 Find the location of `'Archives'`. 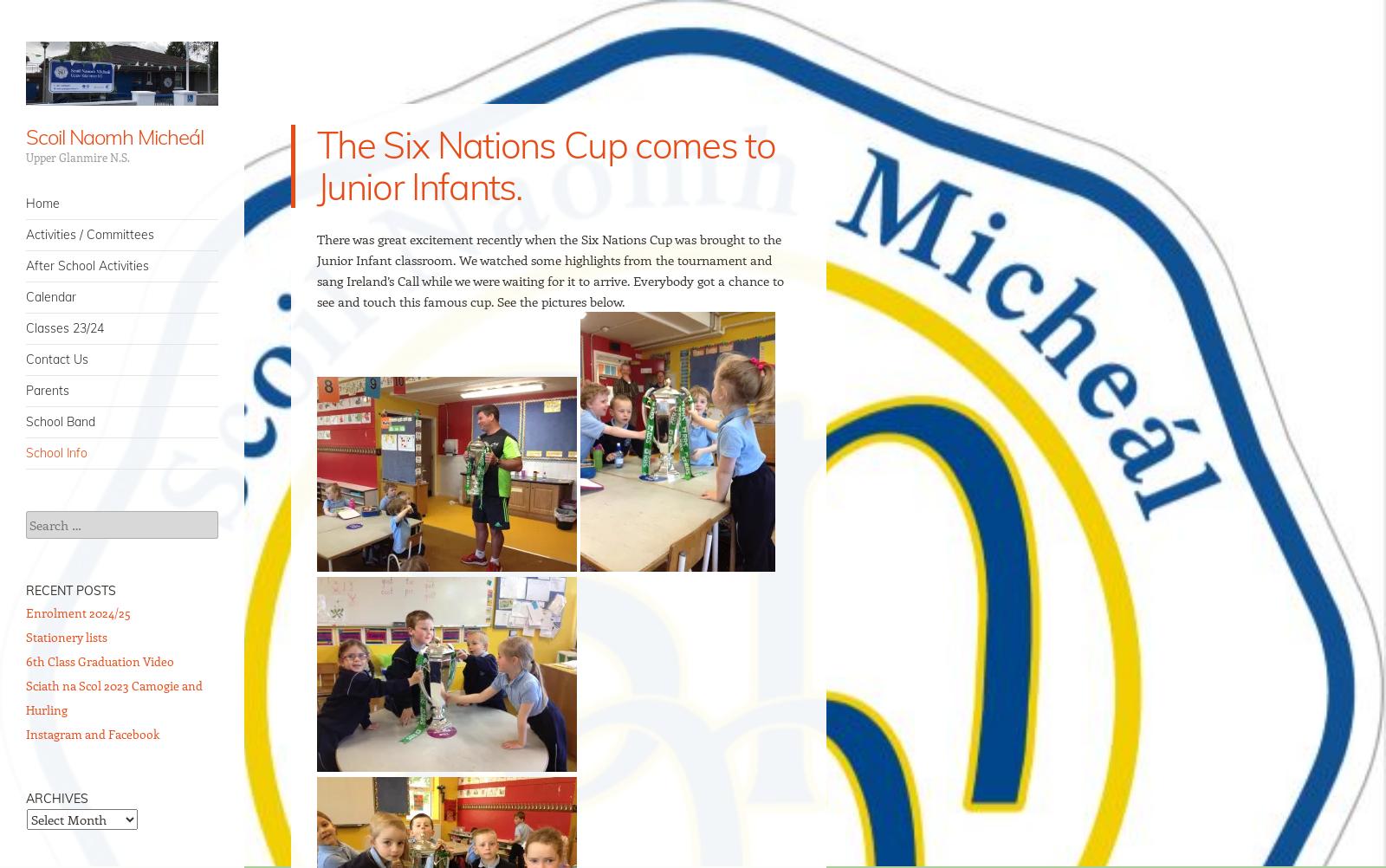

'Archives' is located at coordinates (56, 798).